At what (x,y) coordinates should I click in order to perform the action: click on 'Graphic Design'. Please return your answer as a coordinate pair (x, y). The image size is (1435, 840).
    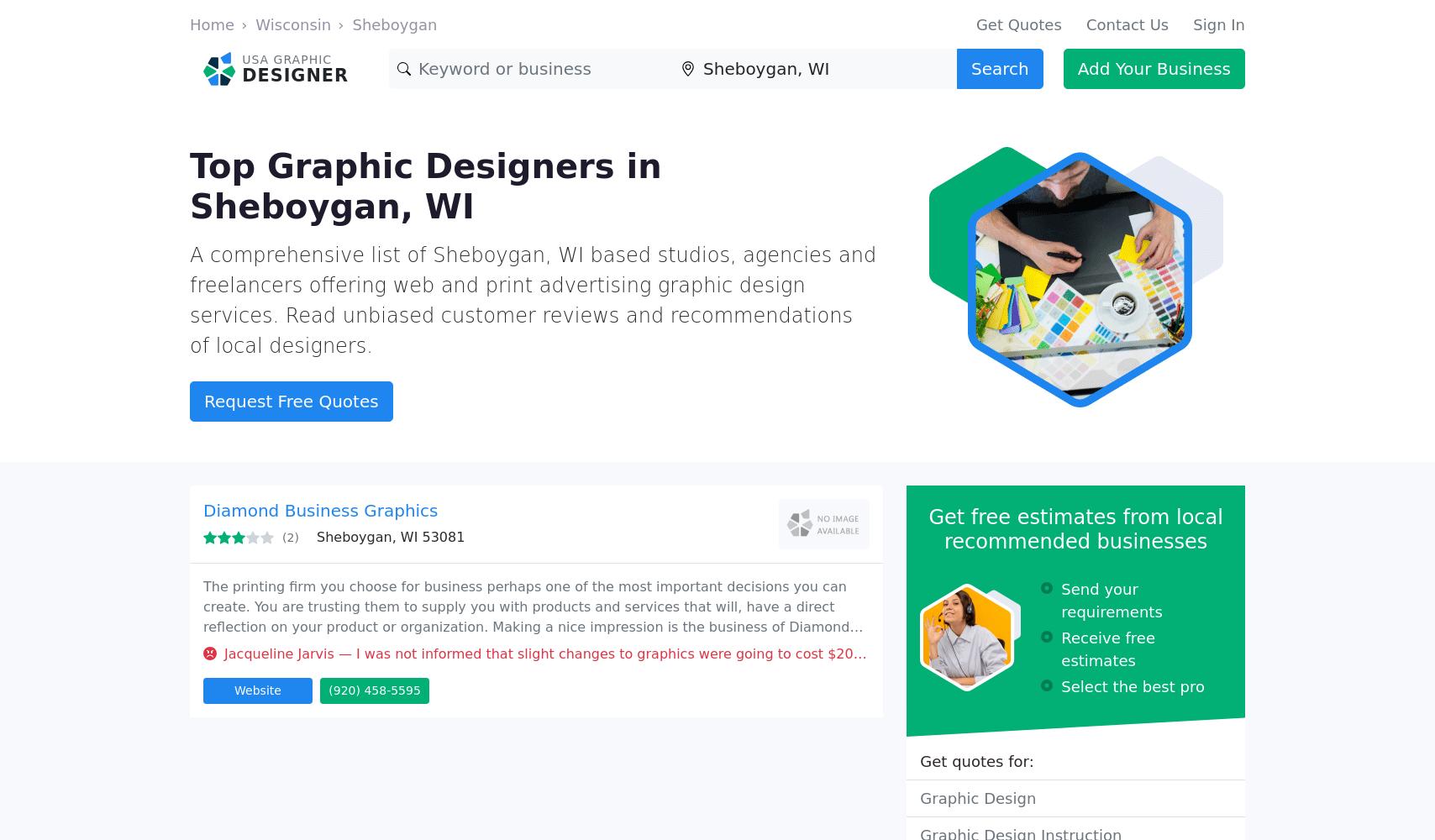
    Looking at the image, I should click on (978, 796).